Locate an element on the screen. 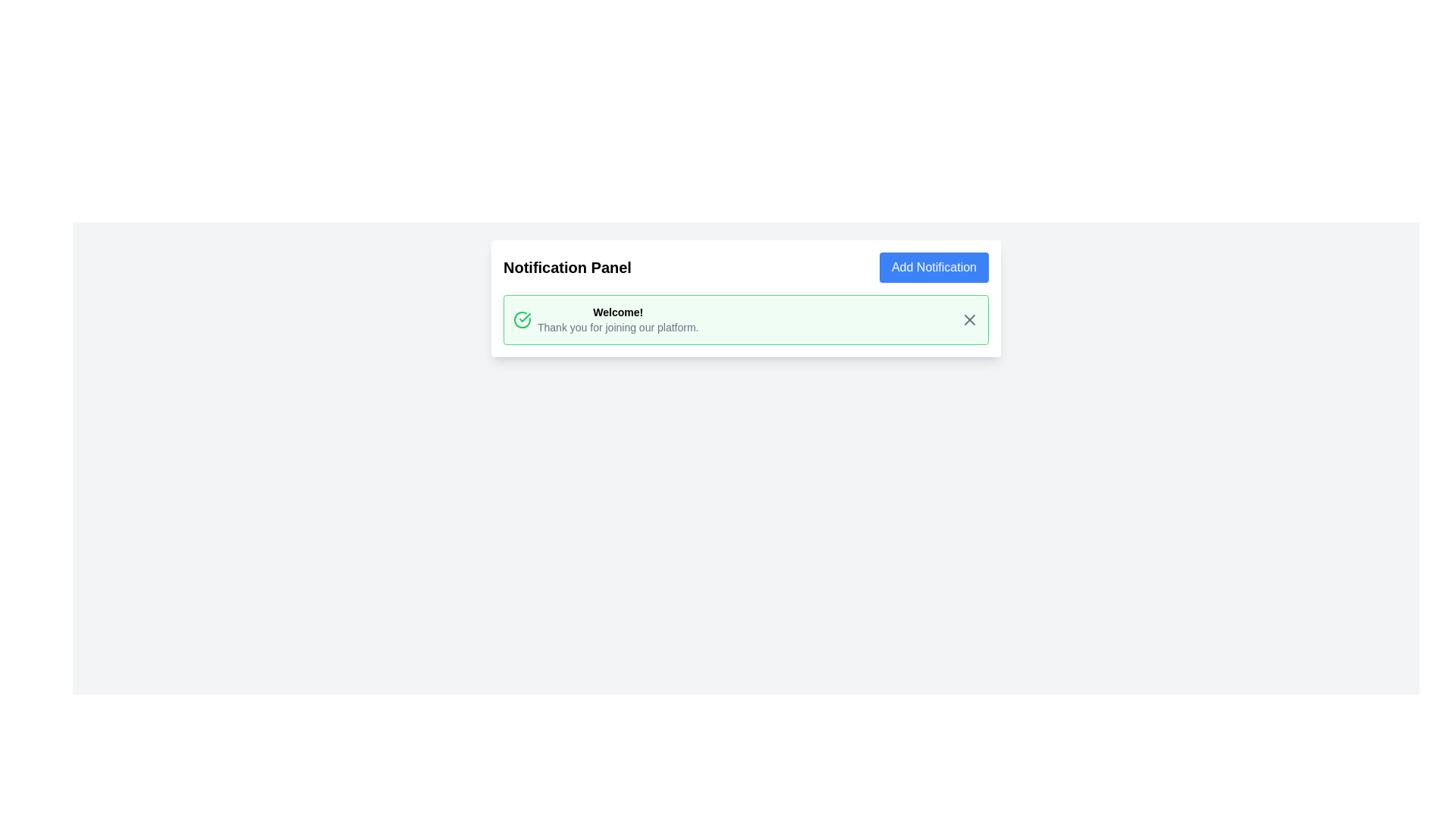 The width and height of the screenshot is (1456, 819). text from the title or header text label for the notification section, which is positioned to the left of the 'Add Notification' button is located at coordinates (566, 267).